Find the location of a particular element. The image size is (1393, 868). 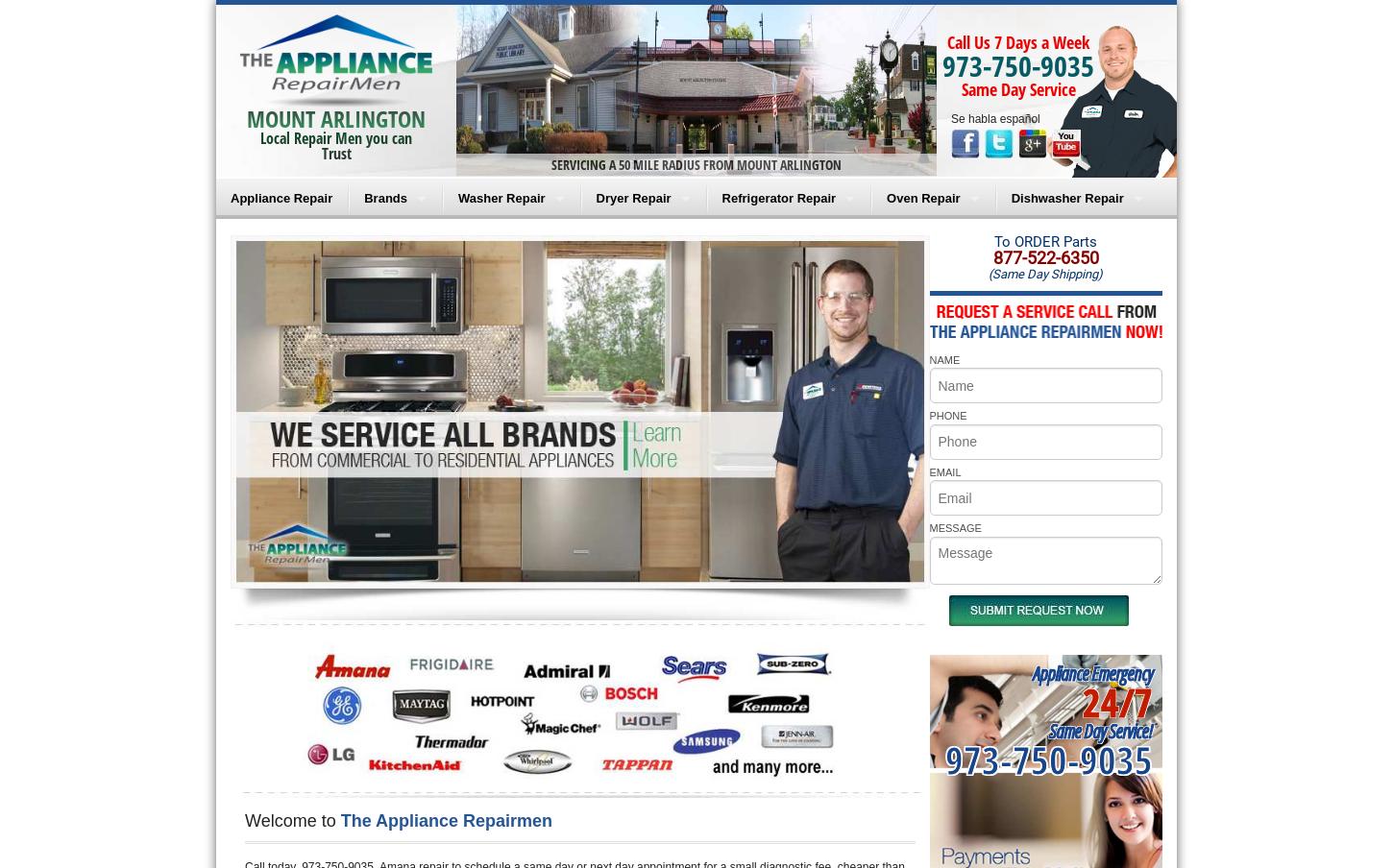

'The Appliance Repairmen' is located at coordinates (445, 821).